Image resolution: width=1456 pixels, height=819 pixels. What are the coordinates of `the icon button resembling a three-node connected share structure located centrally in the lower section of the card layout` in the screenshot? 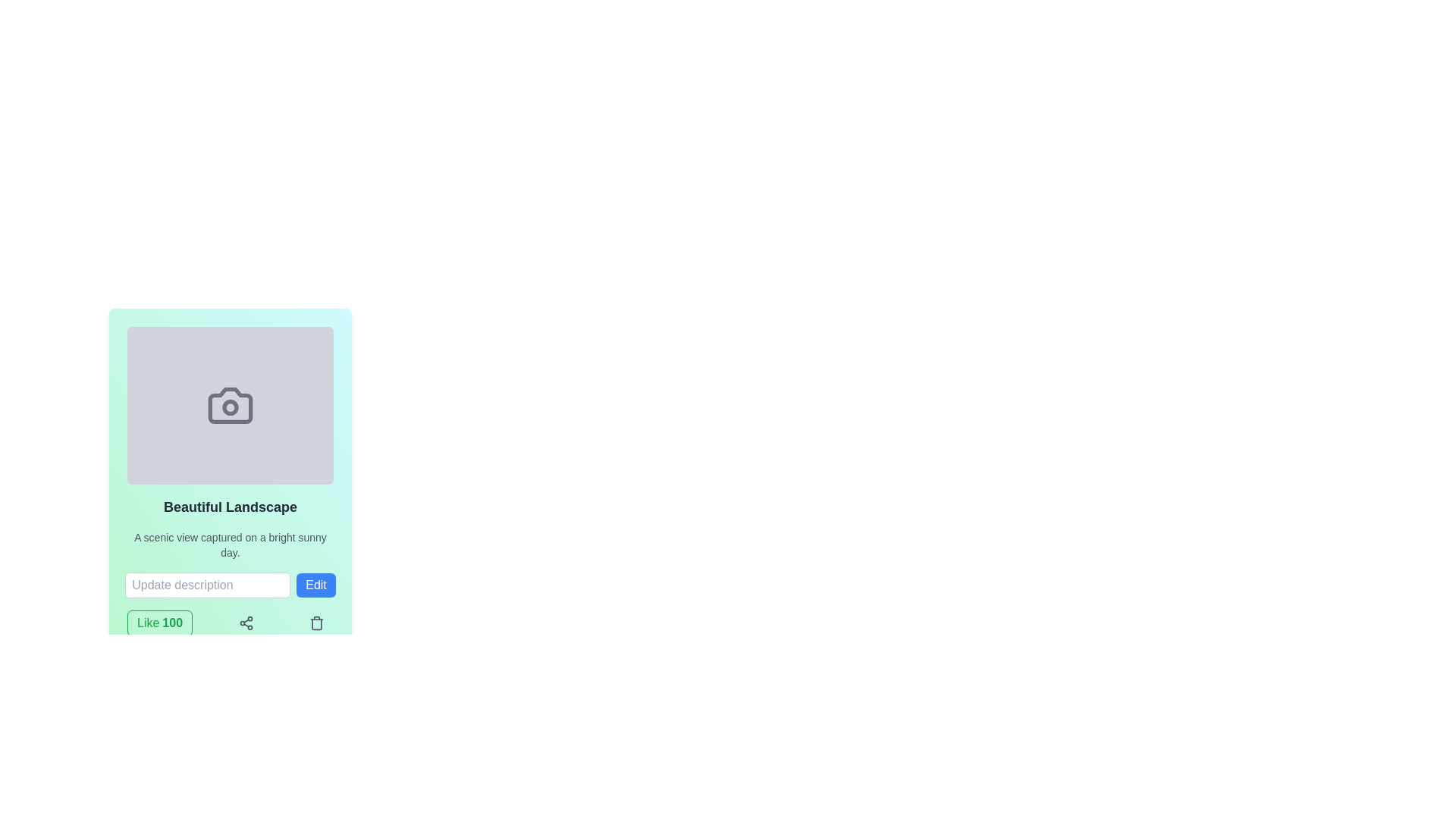 It's located at (246, 623).